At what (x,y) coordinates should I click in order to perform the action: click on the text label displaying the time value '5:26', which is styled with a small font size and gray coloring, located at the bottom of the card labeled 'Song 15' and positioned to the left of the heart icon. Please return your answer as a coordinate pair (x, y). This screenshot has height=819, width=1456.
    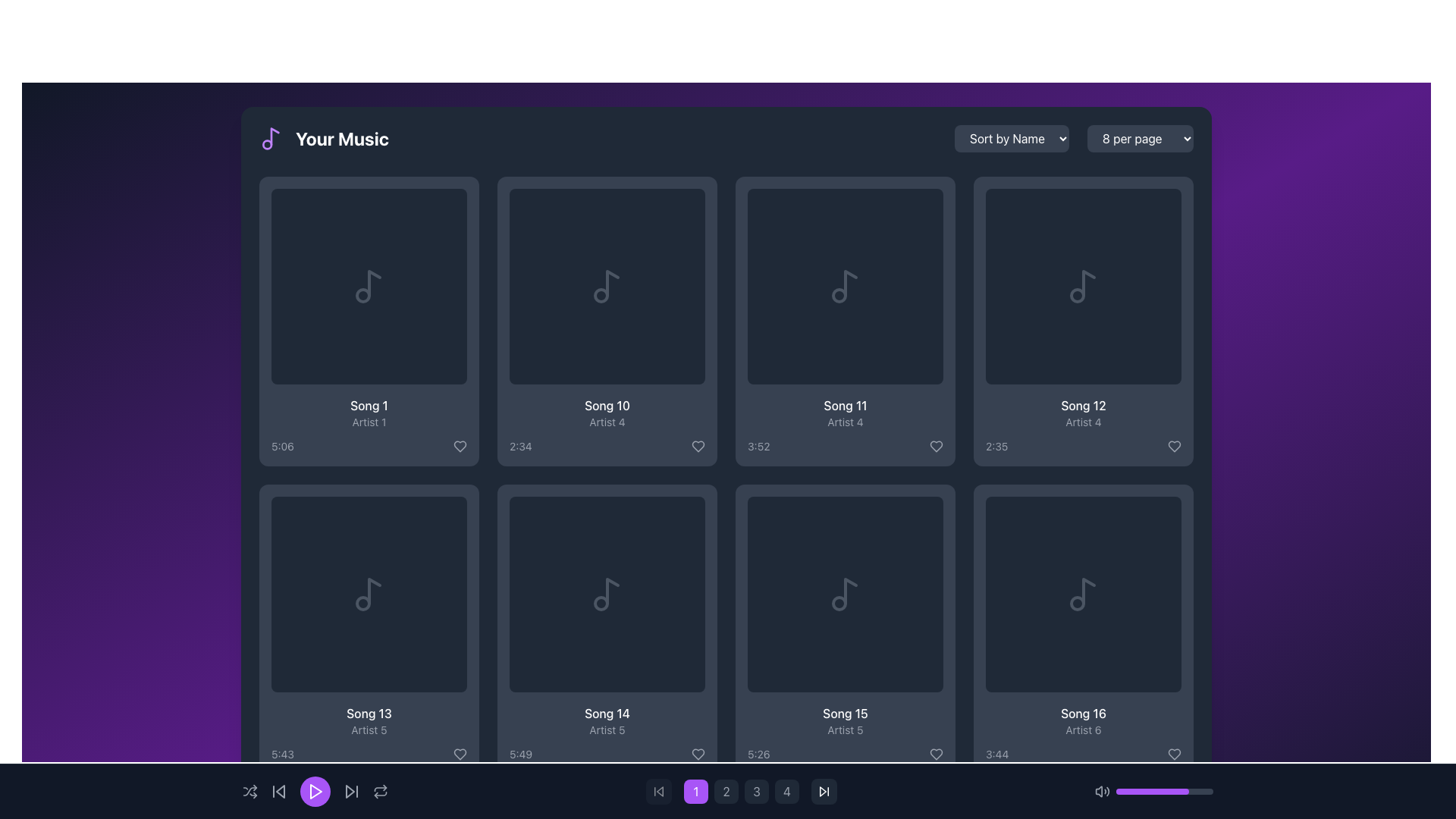
    Looking at the image, I should click on (844, 755).